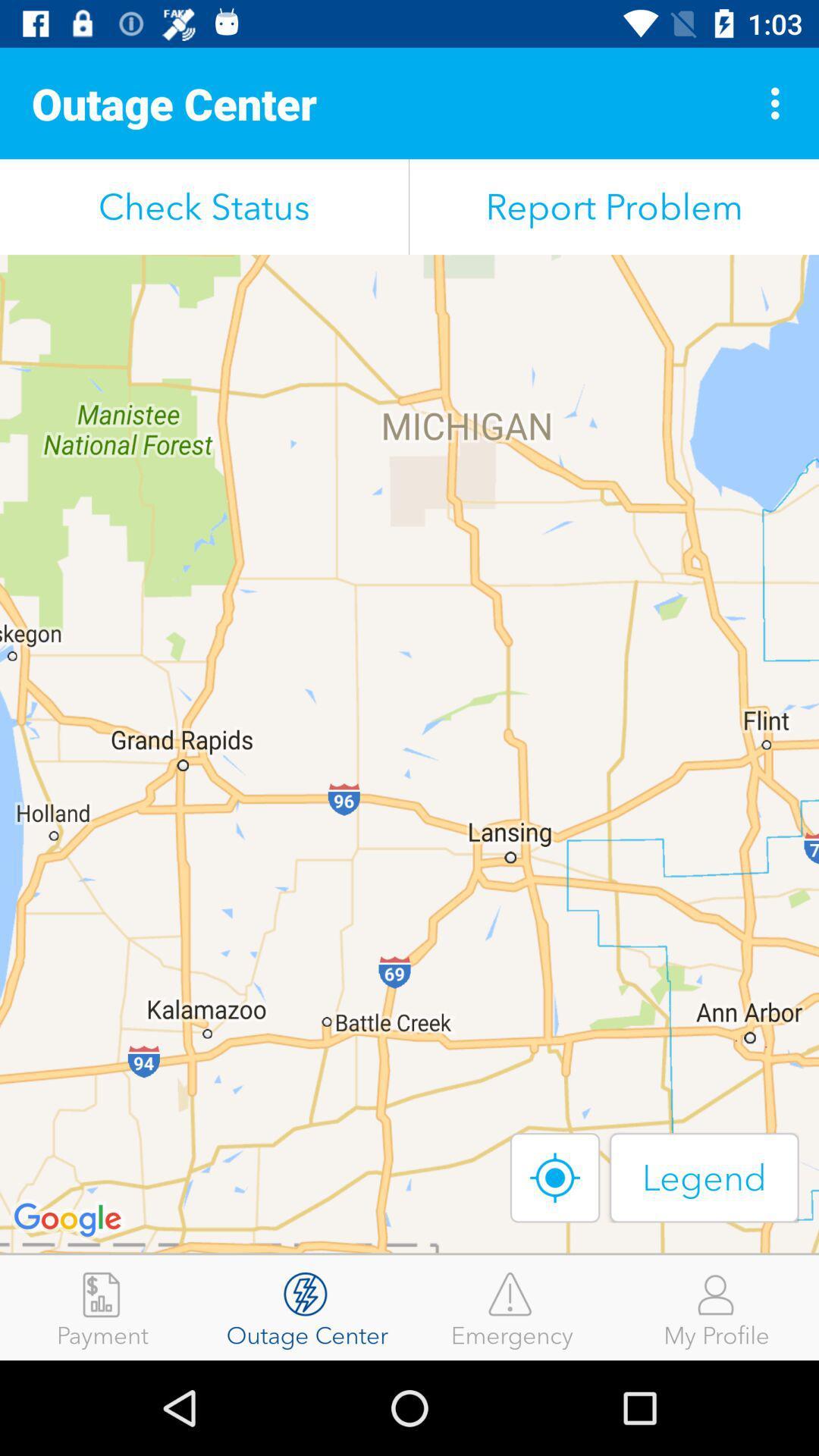  I want to click on the icon next to the outage center icon, so click(102, 1307).